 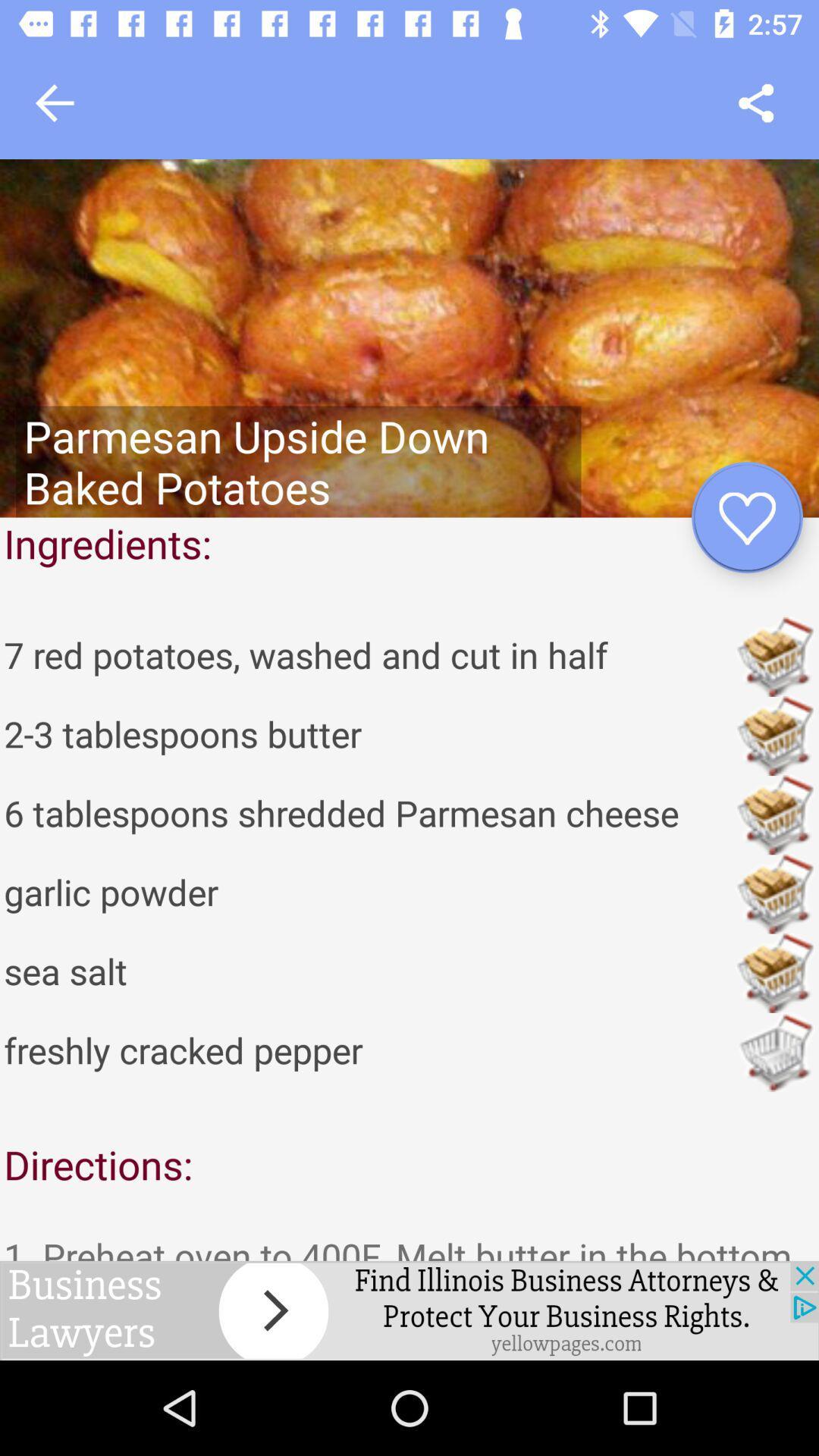 What do you see at coordinates (756, 102) in the screenshot?
I see `menu page` at bounding box center [756, 102].